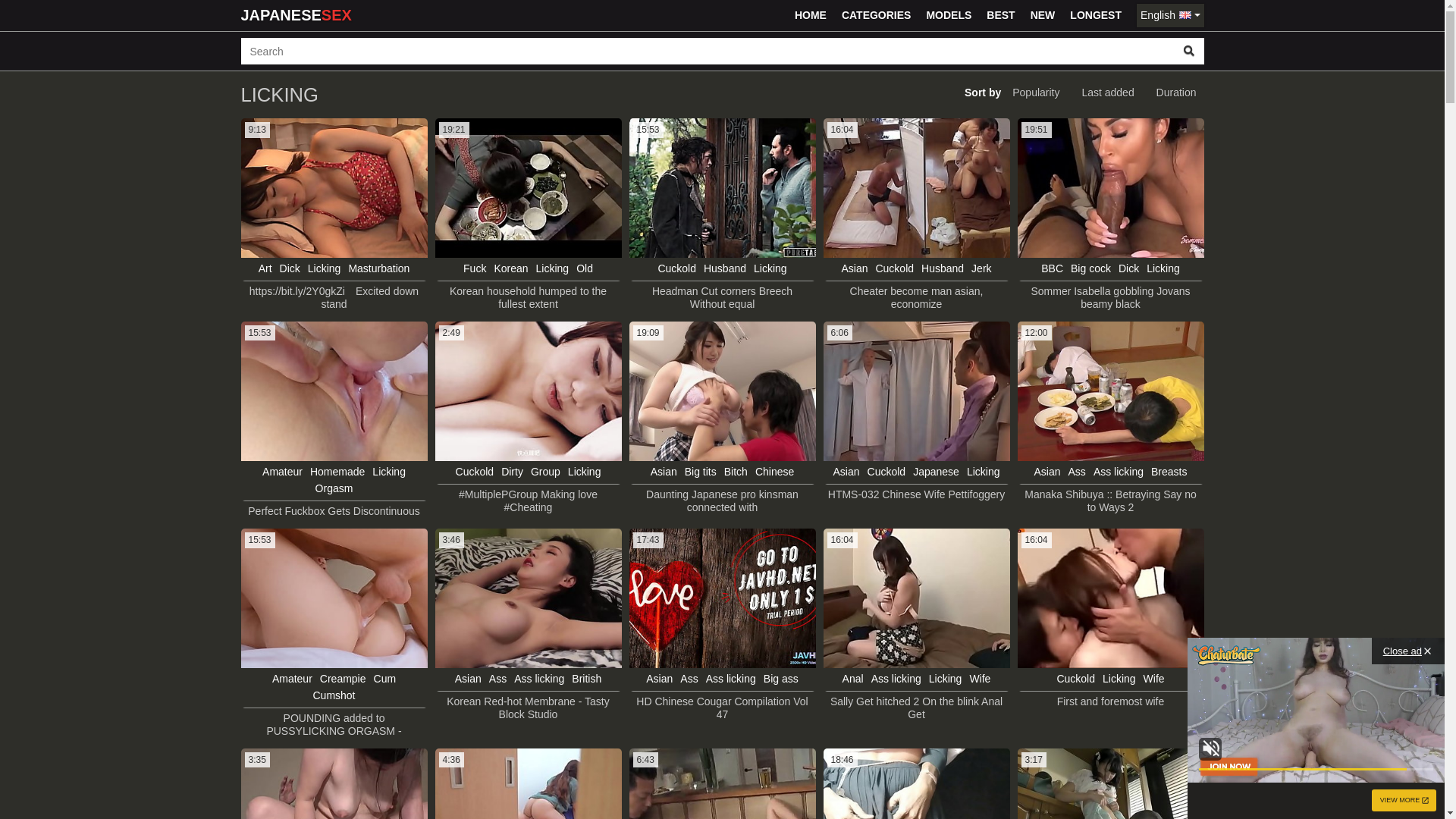  What do you see at coordinates (334, 488) in the screenshot?
I see `'Orgasm'` at bounding box center [334, 488].